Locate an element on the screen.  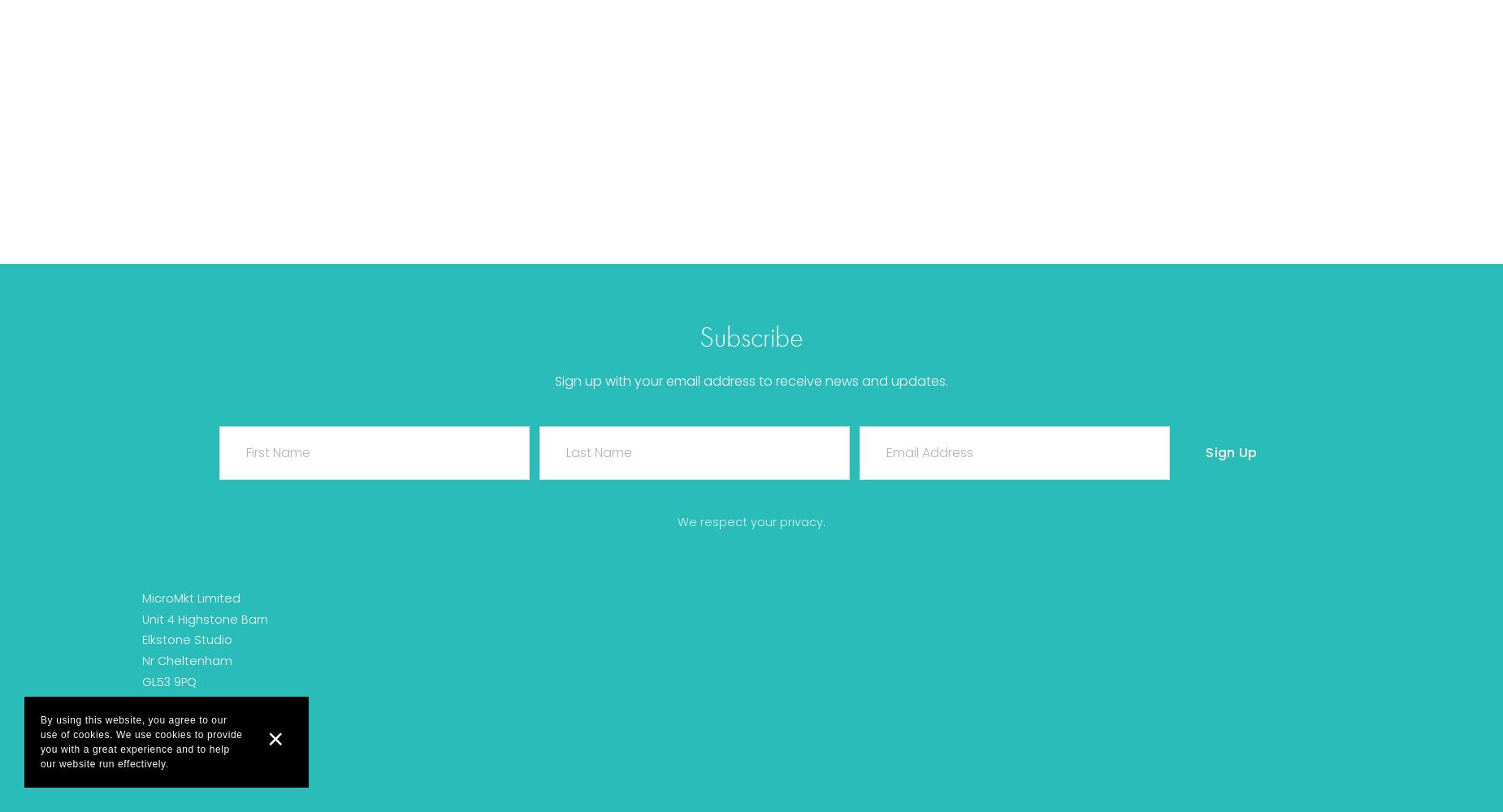
'MicroMkt Limited' is located at coordinates (190, 597).